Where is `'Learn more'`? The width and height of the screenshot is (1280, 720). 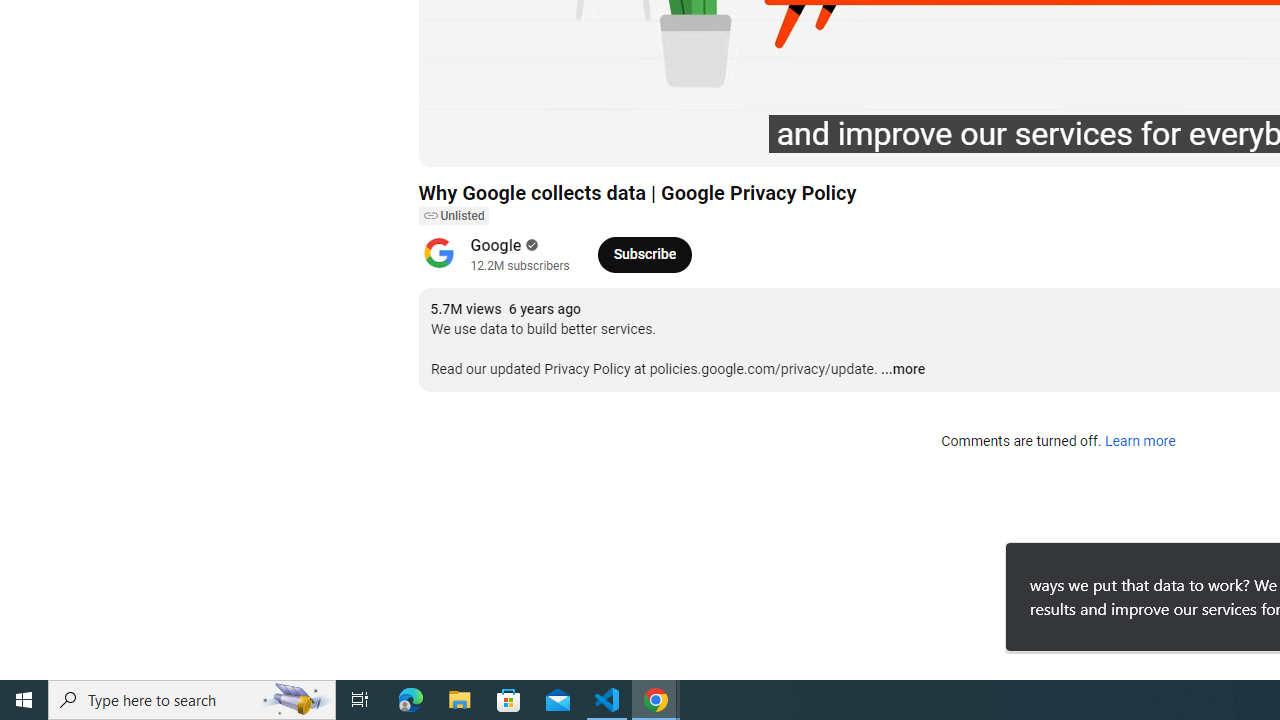 'Learn more' is located at coordinates (1139, 441).